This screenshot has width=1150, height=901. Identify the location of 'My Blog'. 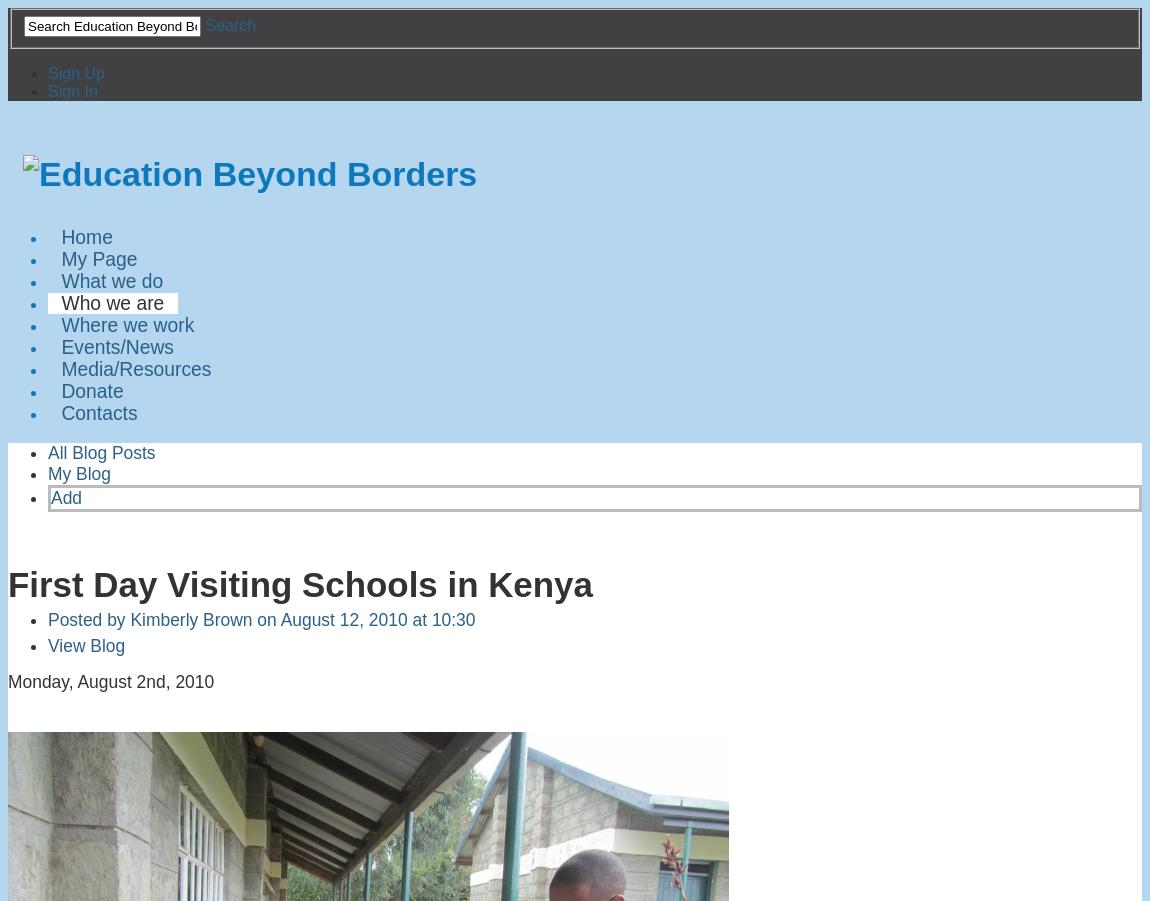
(78, 473).